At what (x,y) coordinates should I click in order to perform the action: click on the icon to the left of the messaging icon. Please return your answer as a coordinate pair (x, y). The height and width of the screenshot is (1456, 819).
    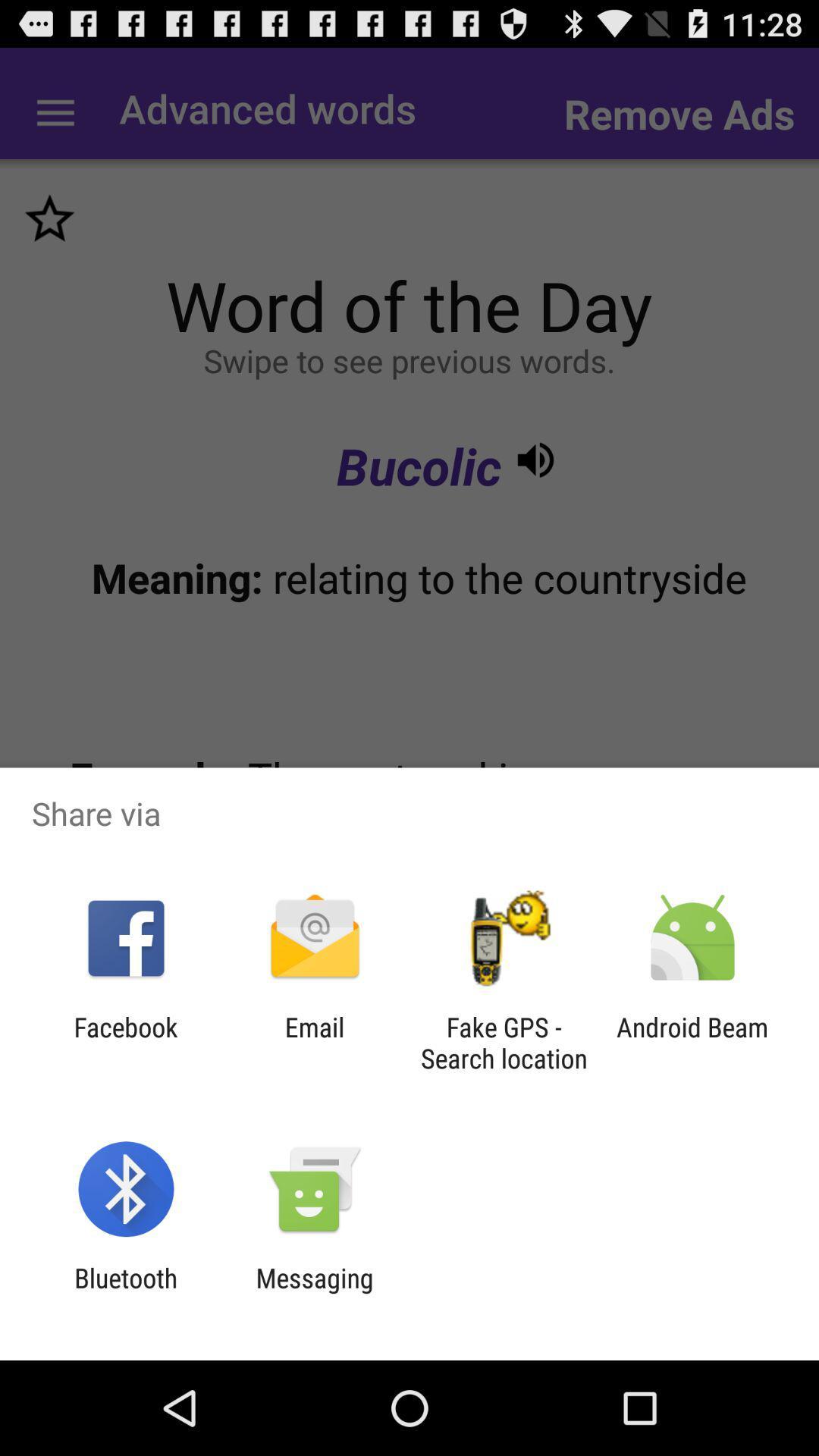
    Looking at the image, I should click on (125, 1293).